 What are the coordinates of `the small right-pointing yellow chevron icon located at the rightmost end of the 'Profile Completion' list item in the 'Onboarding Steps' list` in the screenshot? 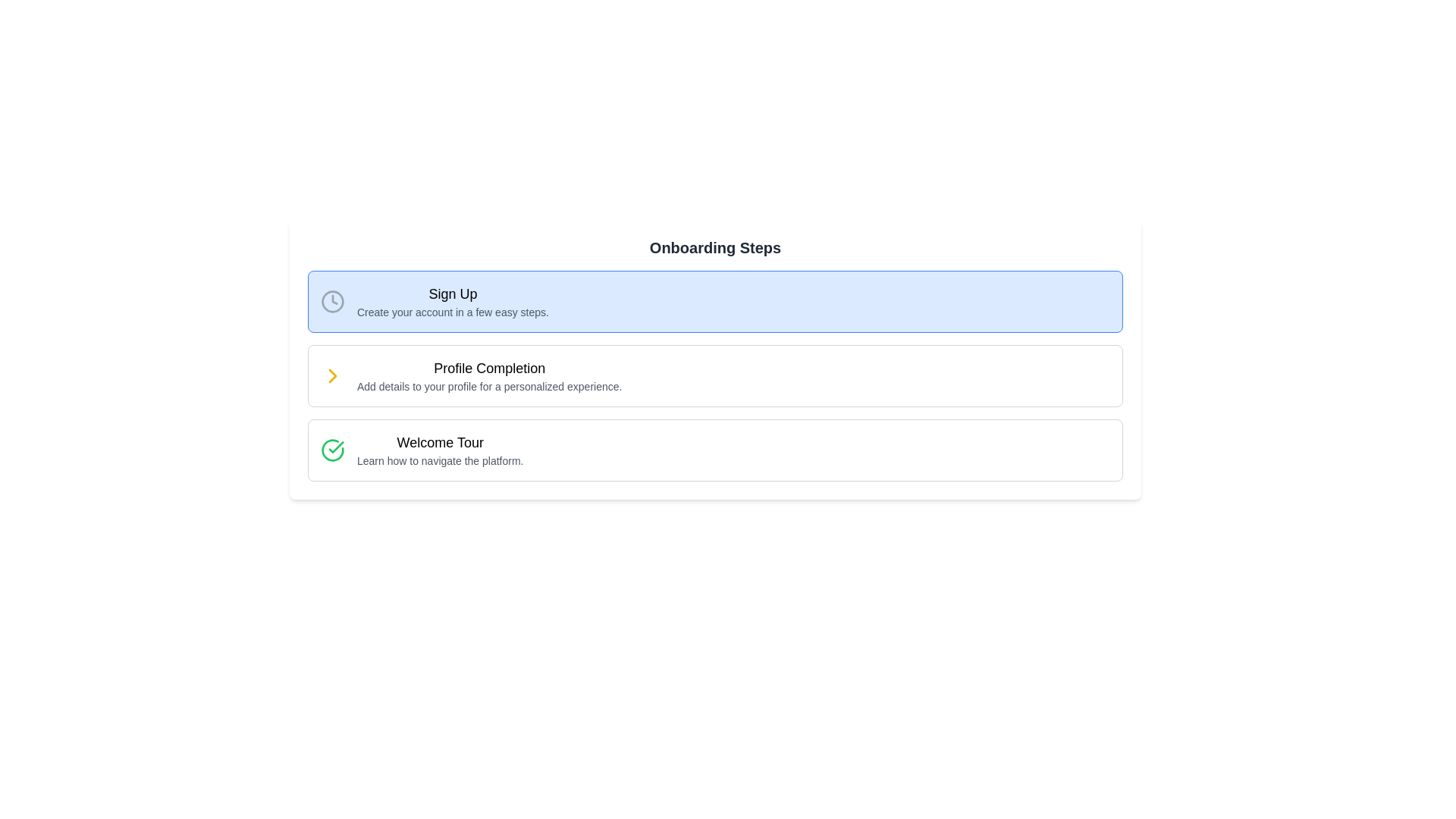 It's located at (331, 375).